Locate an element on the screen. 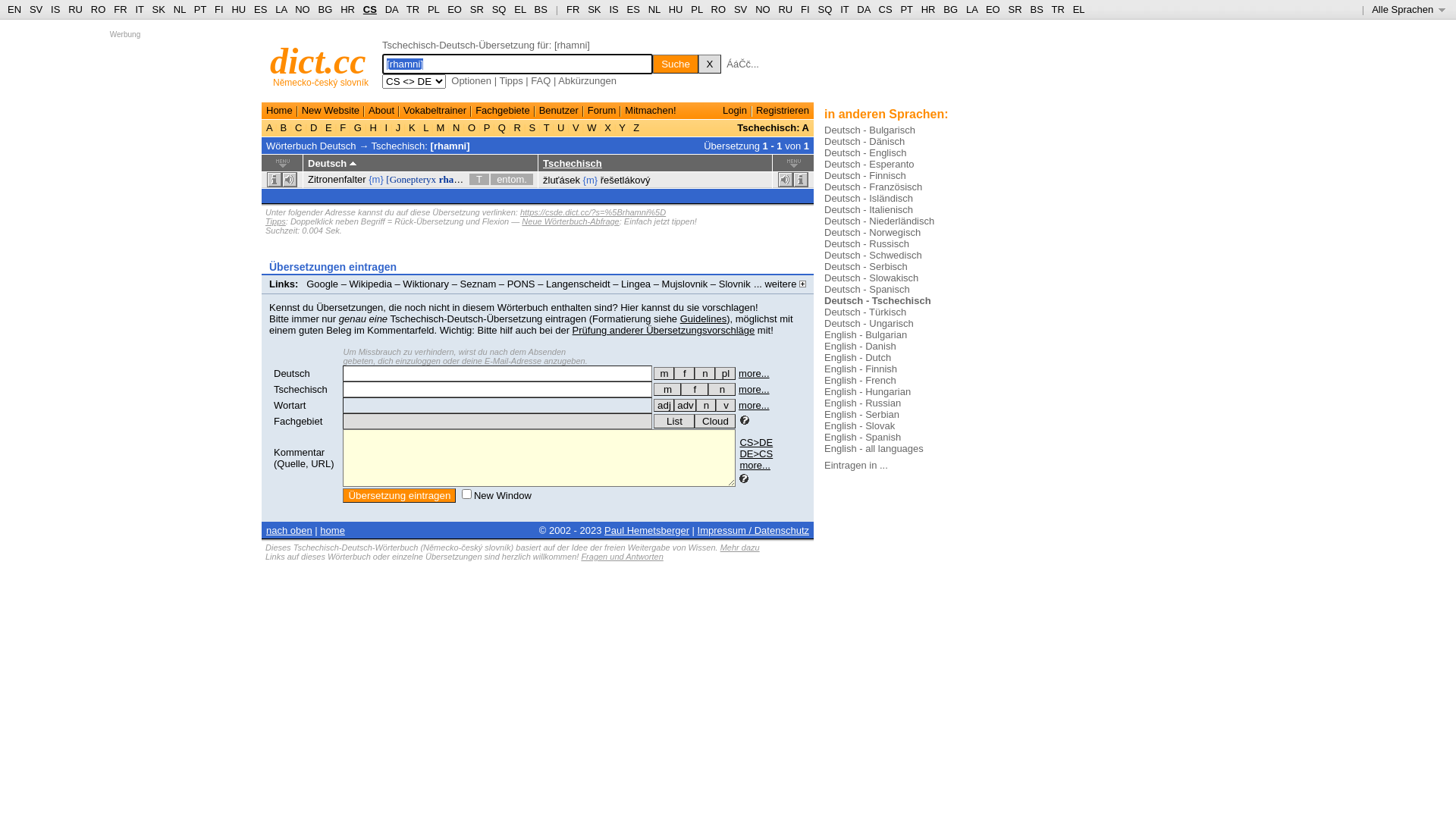 Image resolution: width=1456 pixels, height=819 pixels. 'Mitmachen!' is located at coordinates (650, 109).